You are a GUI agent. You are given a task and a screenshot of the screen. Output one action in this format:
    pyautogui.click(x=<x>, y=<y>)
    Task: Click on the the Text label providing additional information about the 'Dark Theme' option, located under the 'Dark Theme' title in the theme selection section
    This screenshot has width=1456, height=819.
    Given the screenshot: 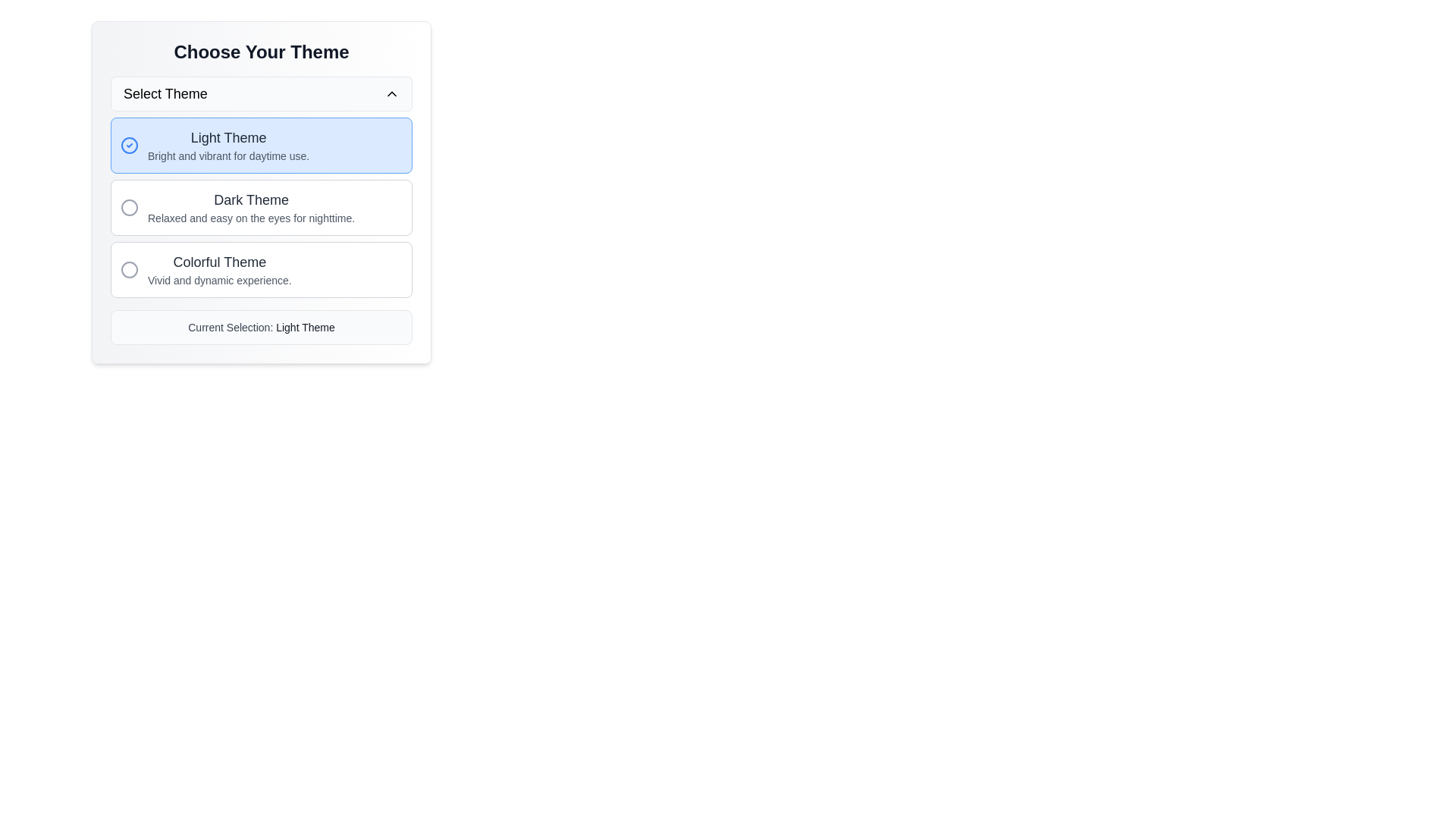 What is the action you would take?
    pyautogui.click(x=251, y=218)
    